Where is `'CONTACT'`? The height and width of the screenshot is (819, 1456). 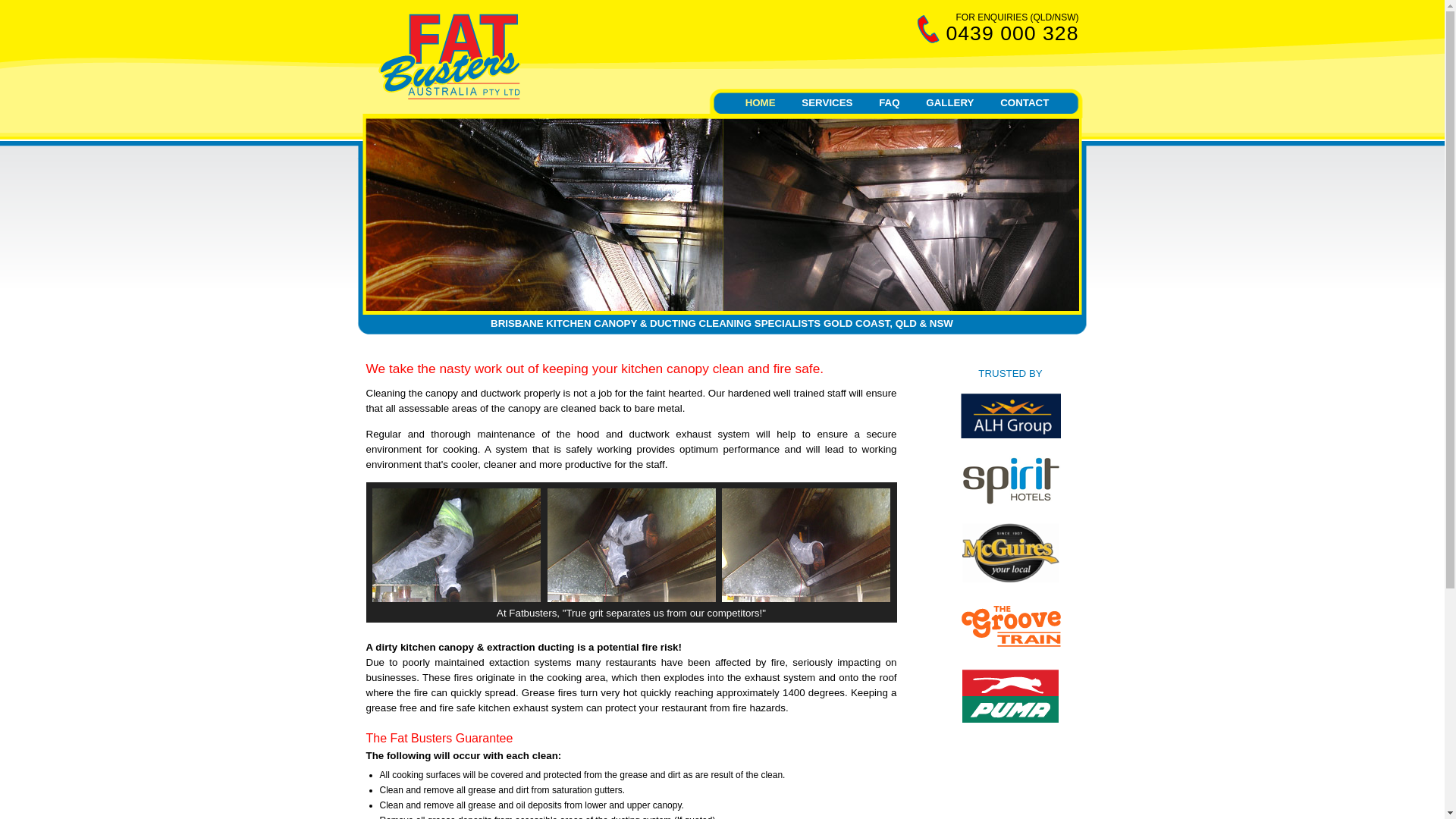
'CONTACT' is located at coordinates (1024, 102).